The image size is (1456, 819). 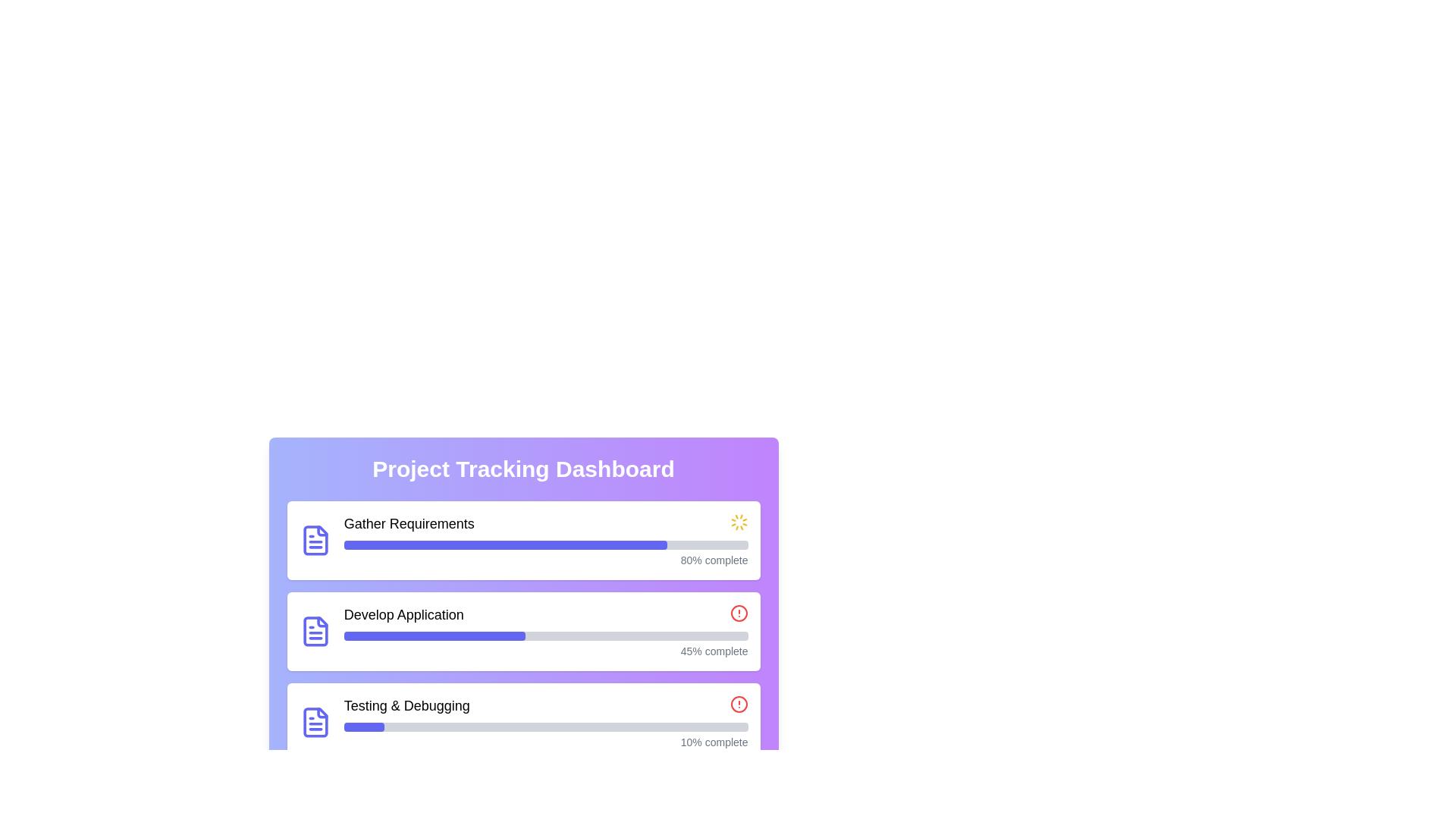 What do you see at coordinates (546, 721) in the screenshot?
I see `the progress bar and textual display component representing the progress of the 'Testing & Debugging' task in the 'Project Tracking Dashboard'` at bounding box center [546, 721].